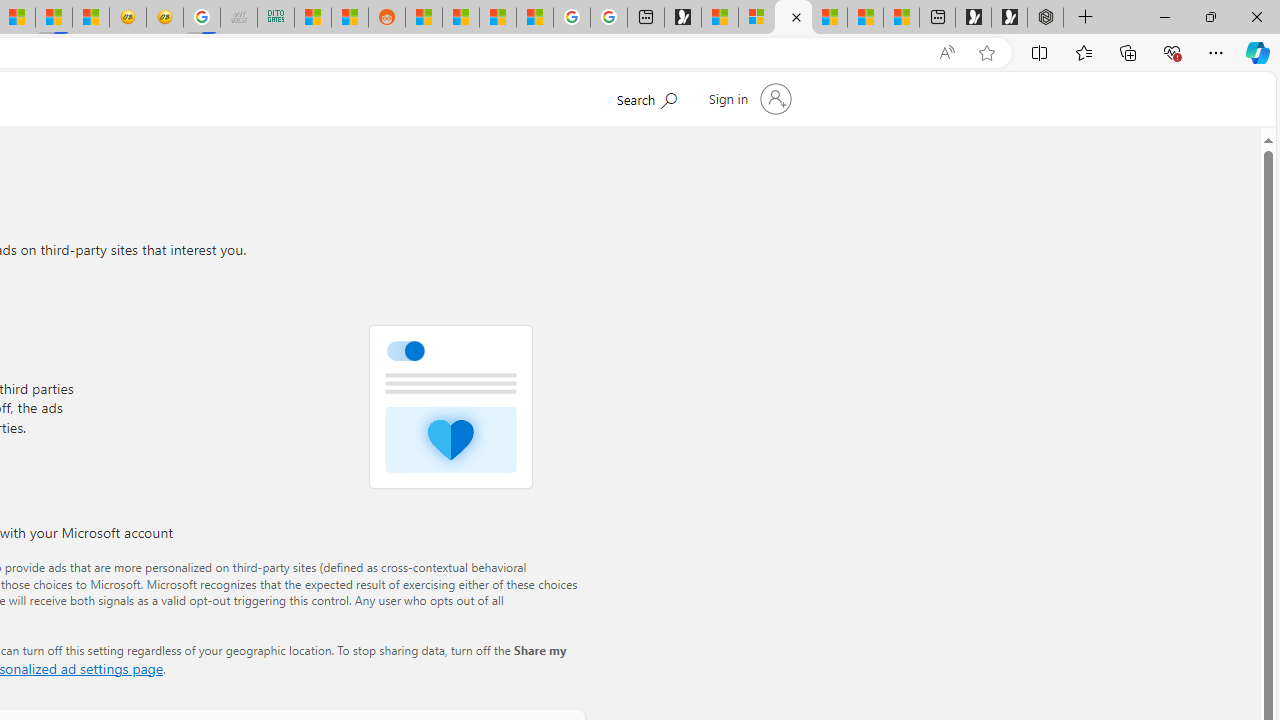  I want to click on 'These 3 Stocks Pay You More Than 5% to Own Them', so click(900, 17).